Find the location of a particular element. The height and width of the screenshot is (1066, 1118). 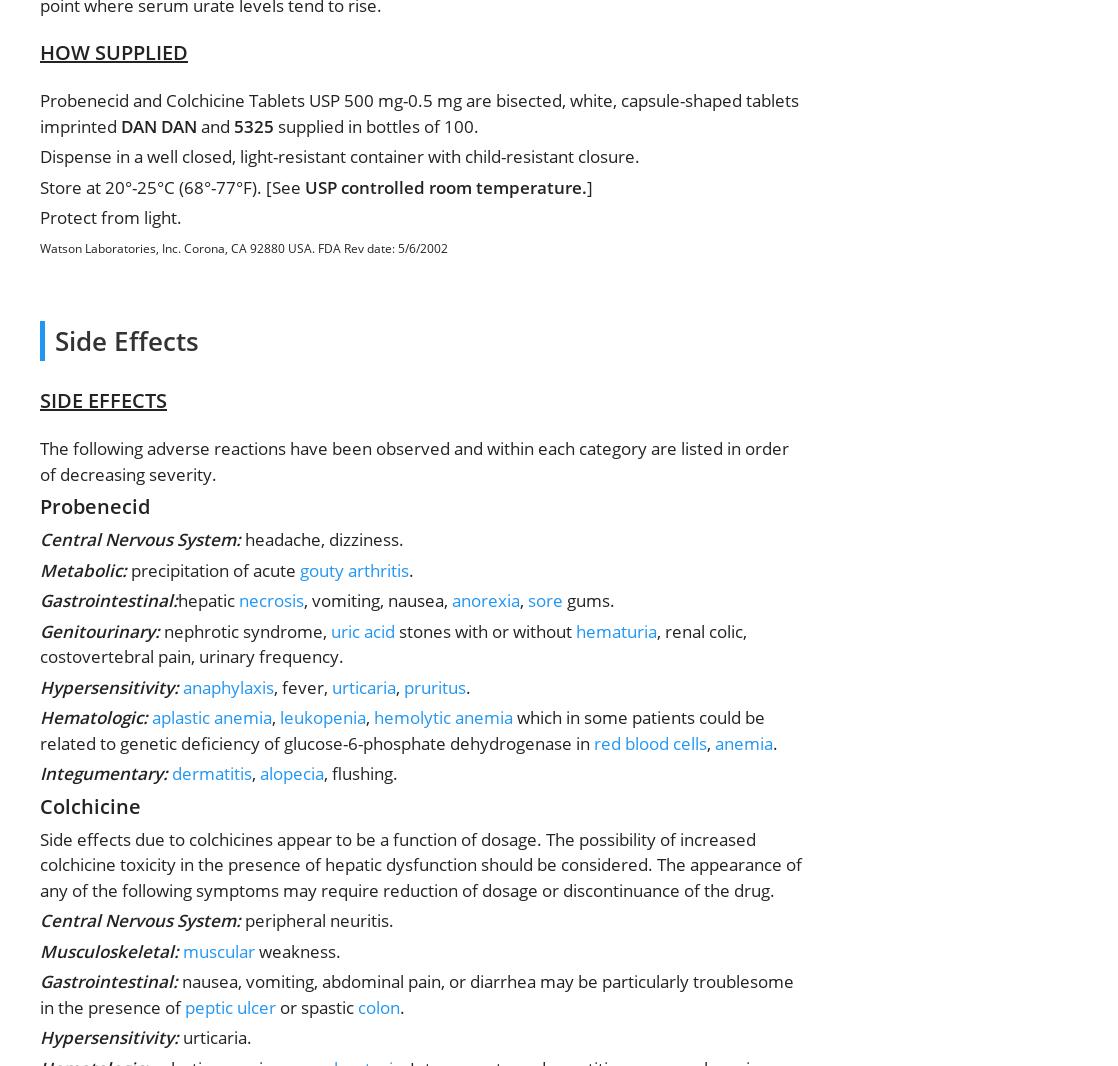

'gums.' is located at coordinates (588, 599).